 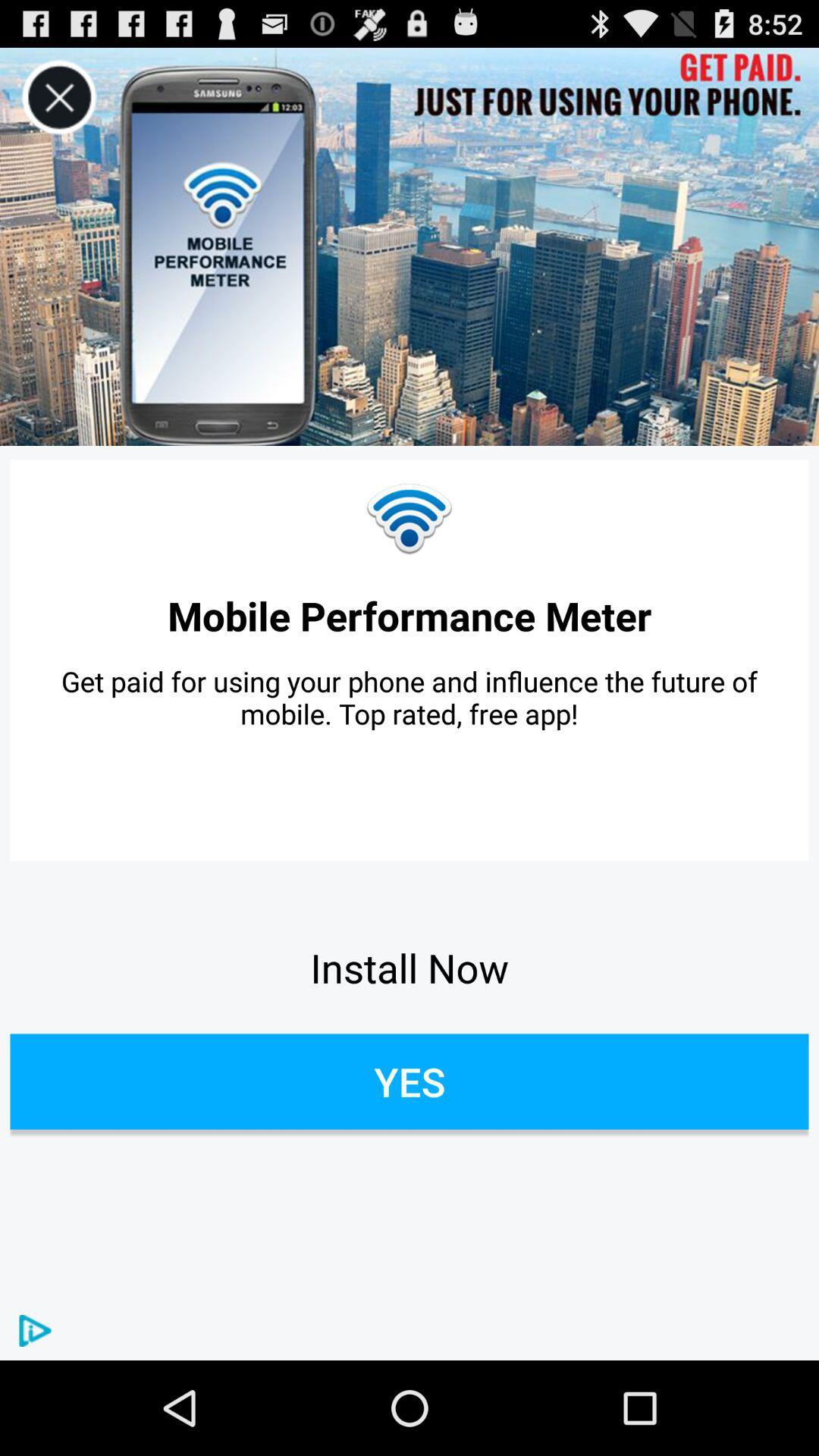 I want to click on the icon above mobile performance meter icon, so click(x=58, y=97).